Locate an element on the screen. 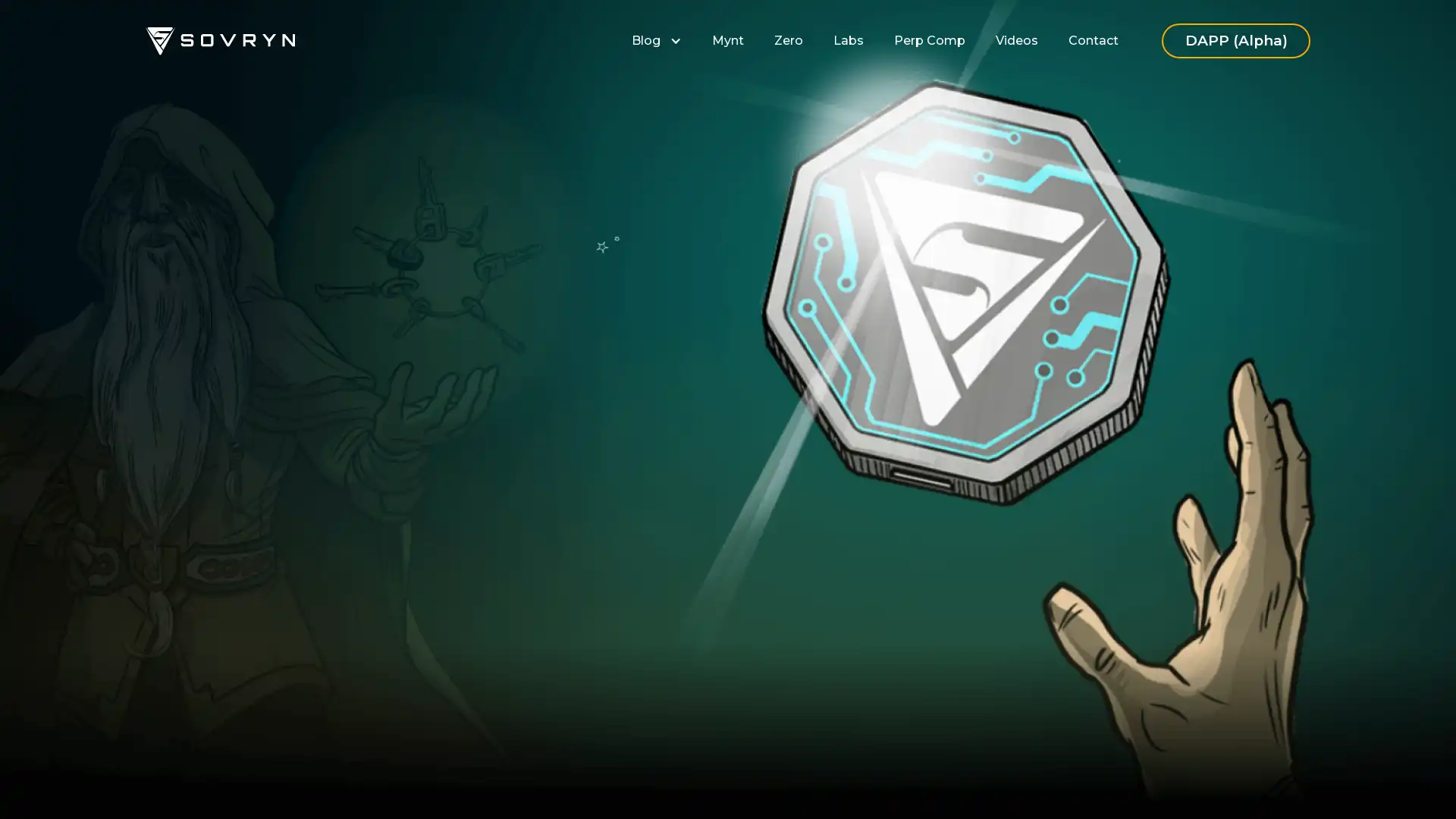  Sign me up! is located at coordinates (543, 507).